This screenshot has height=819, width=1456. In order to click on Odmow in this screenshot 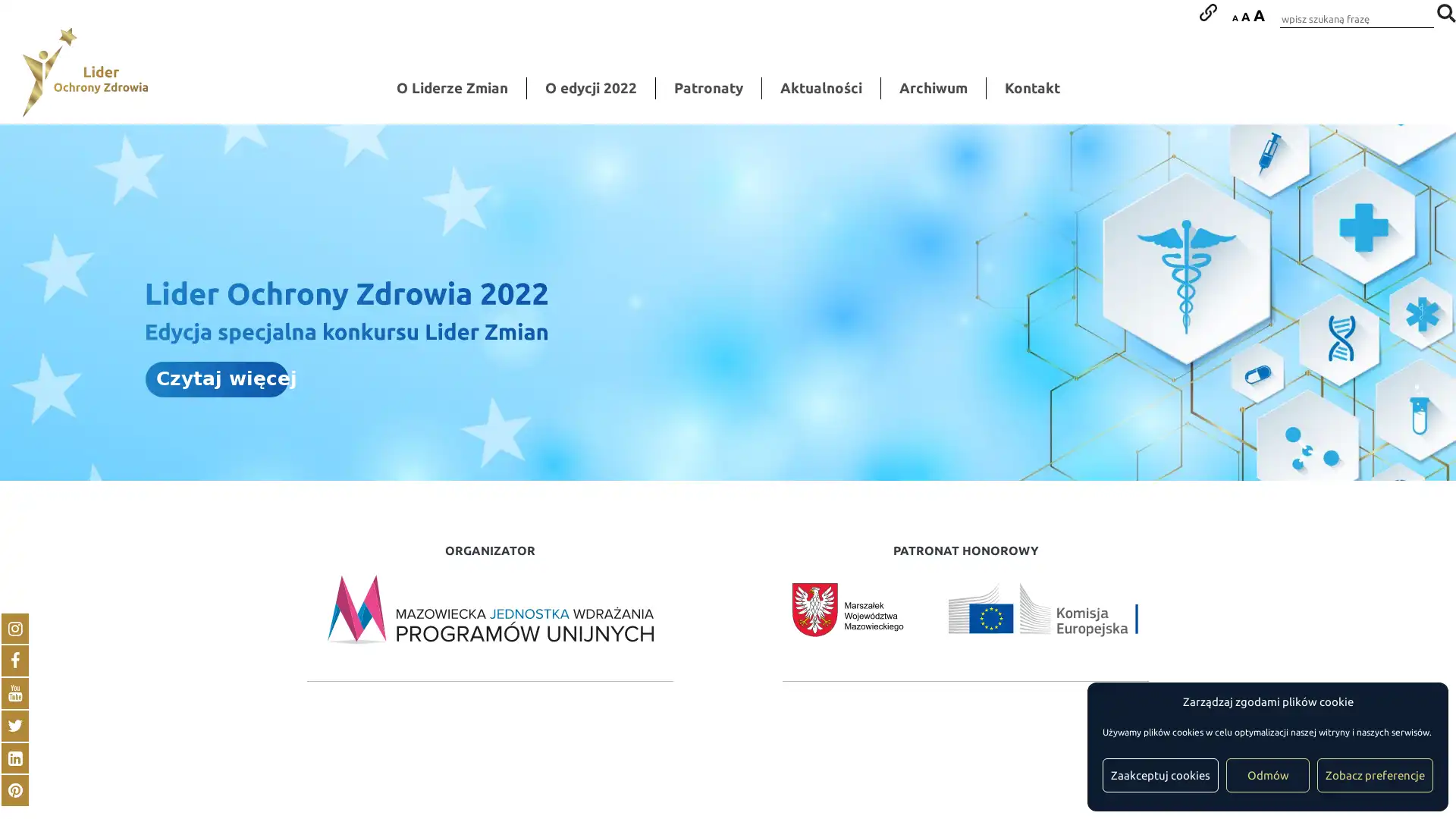, I will do `click(1267, 775)`.